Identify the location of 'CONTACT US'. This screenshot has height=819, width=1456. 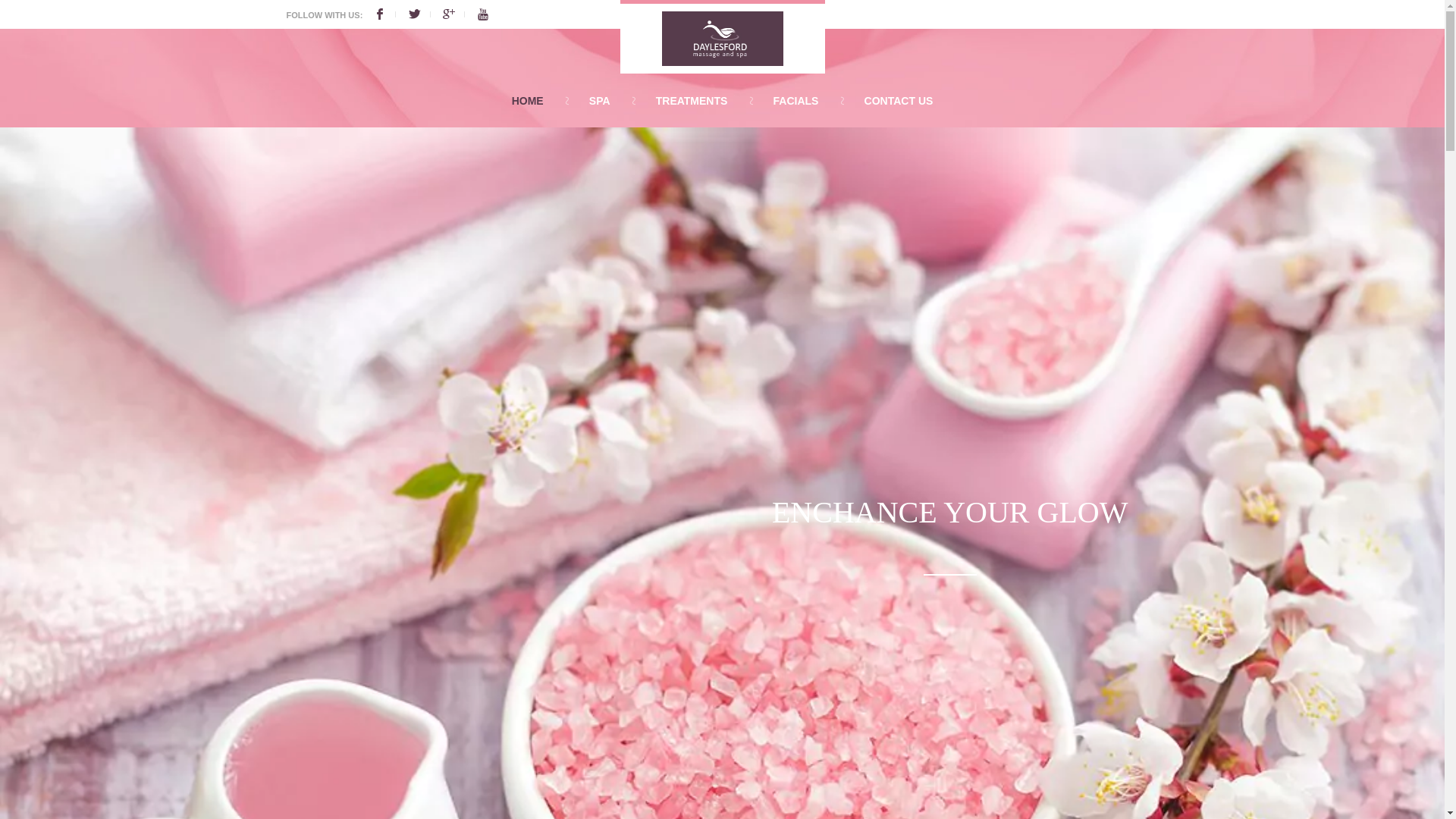
(899, 100).